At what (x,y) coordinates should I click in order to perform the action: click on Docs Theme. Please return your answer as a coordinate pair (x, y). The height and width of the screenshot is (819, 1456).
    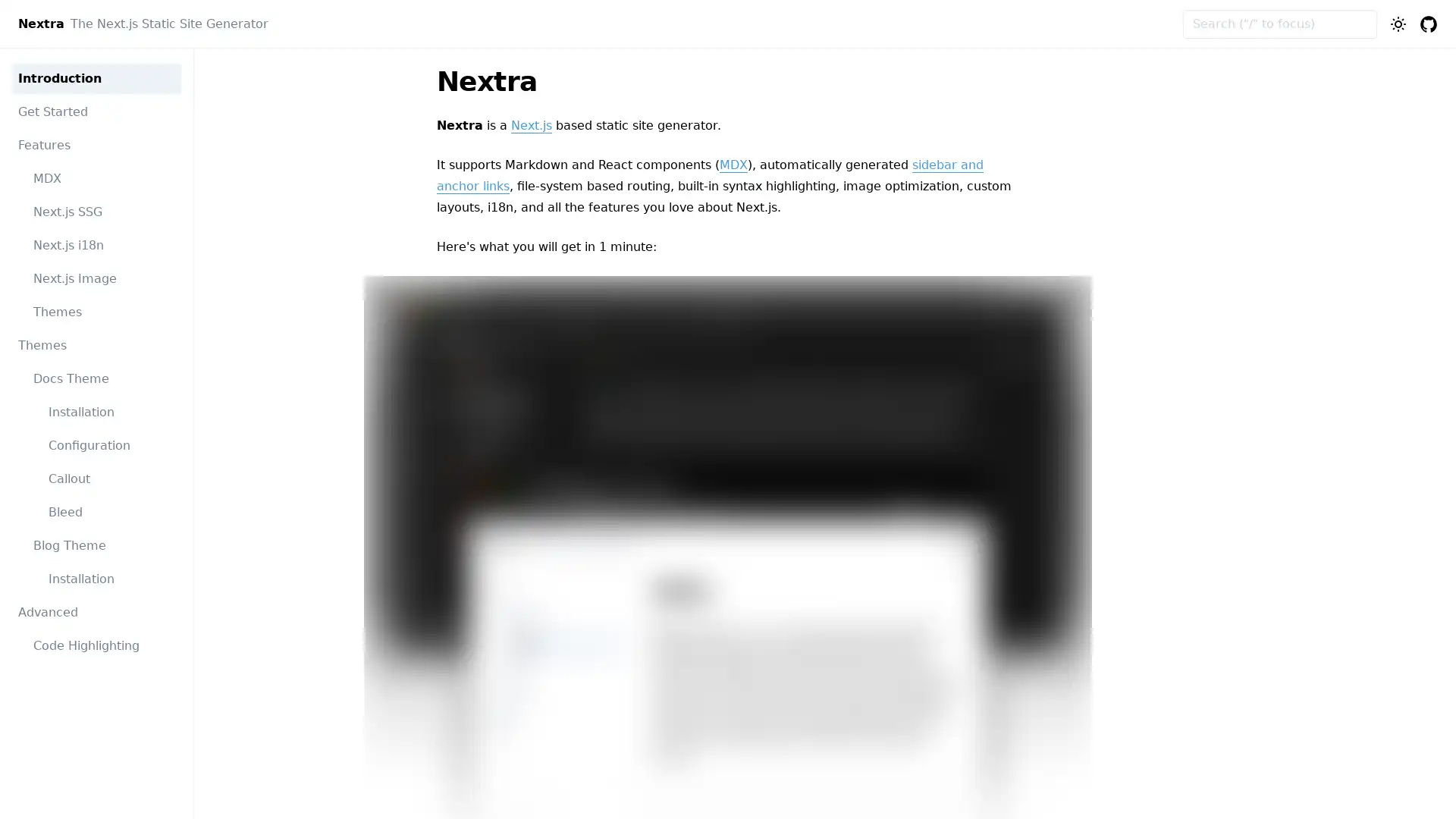
    Looking at the image, I should click on (103, 378).